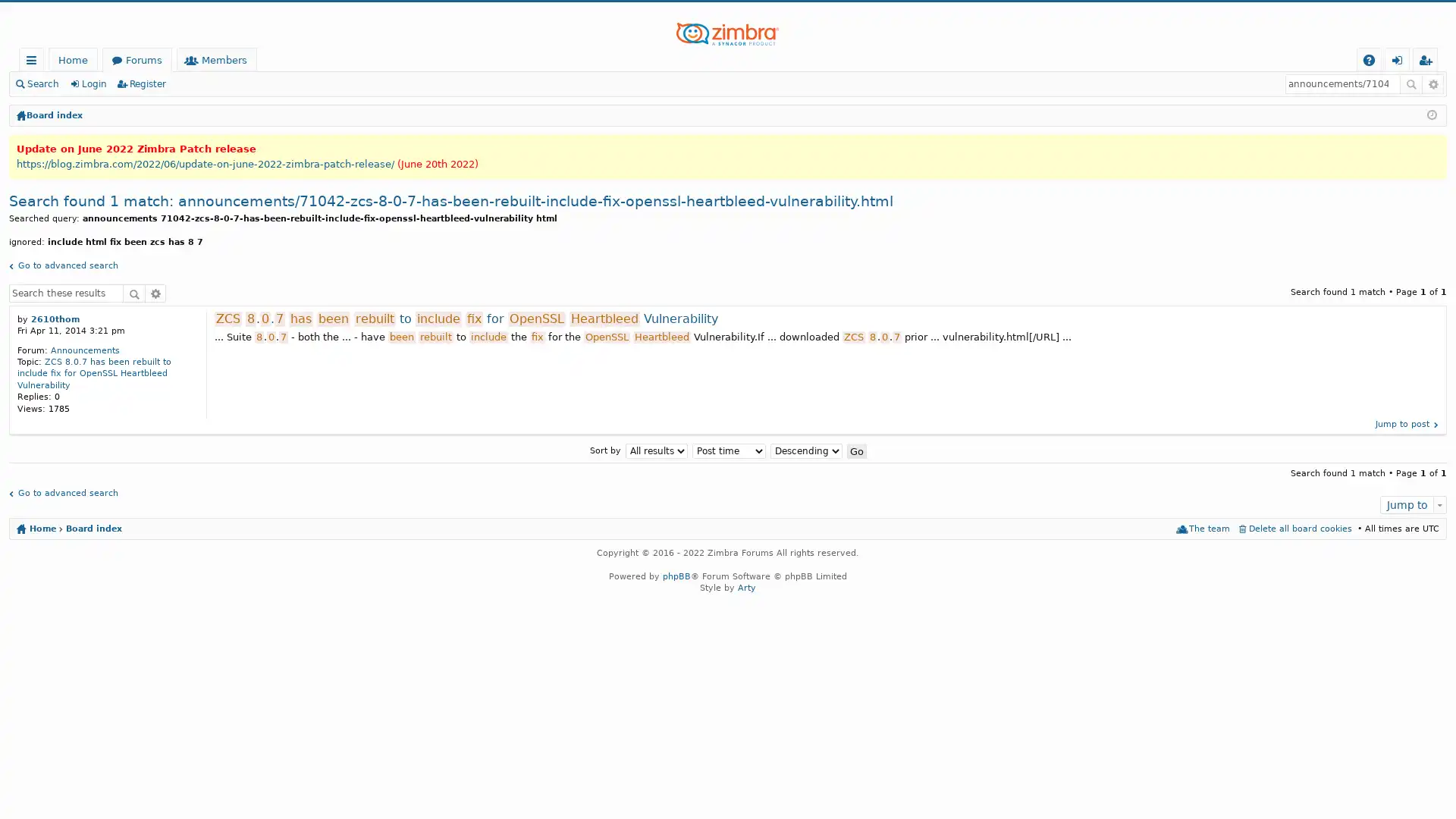 The height and width of the screenshot is (819, 1456). Describe the element at coordinates (134, 292) in the screenshot. I see `Search` at that location.